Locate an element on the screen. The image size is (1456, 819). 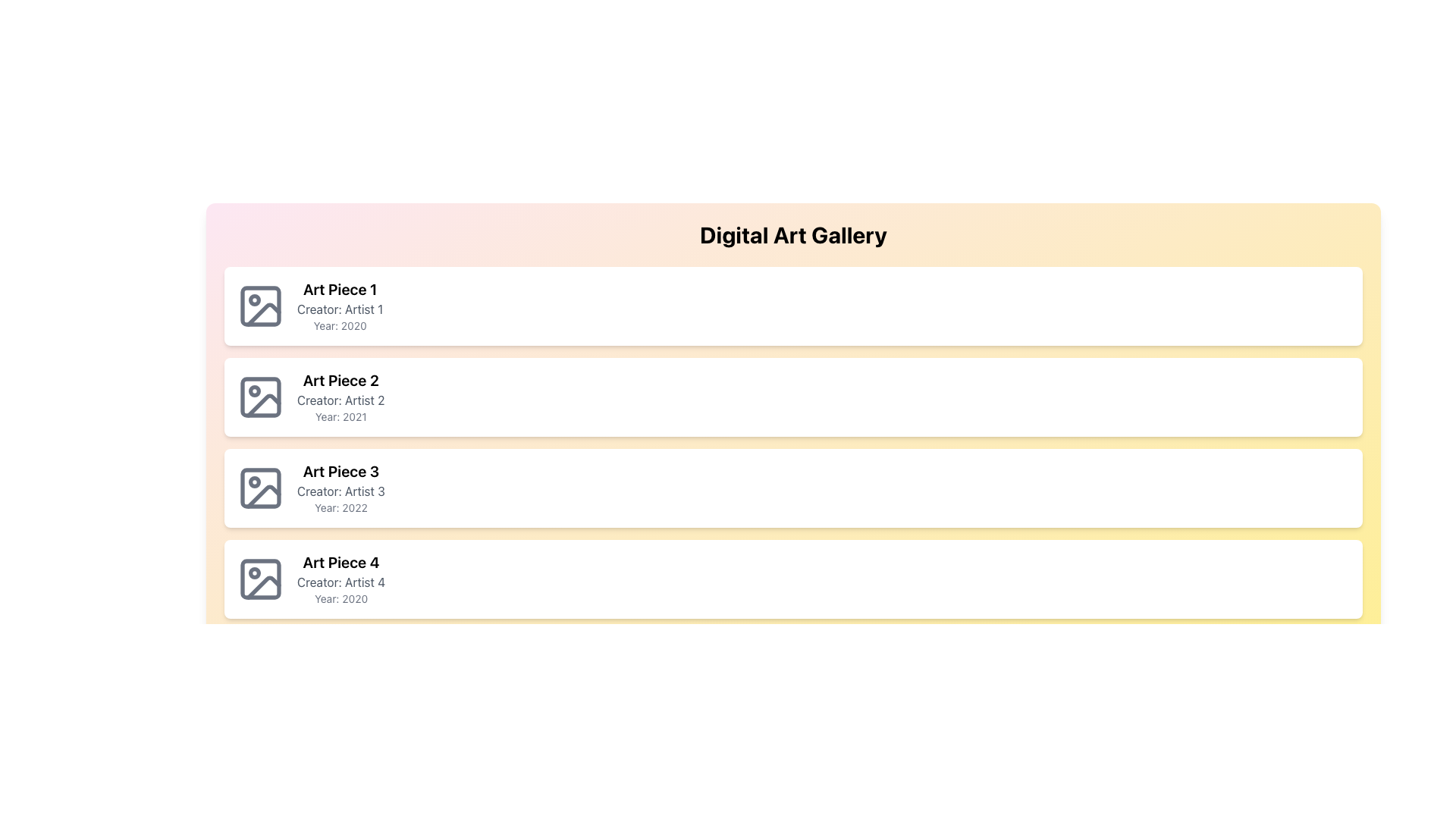
text of the bold, large-sized title 'Art Piece 3' displayed in black, which is the third entry in a vertical list of art pieces is located at coordinates (340, 470).